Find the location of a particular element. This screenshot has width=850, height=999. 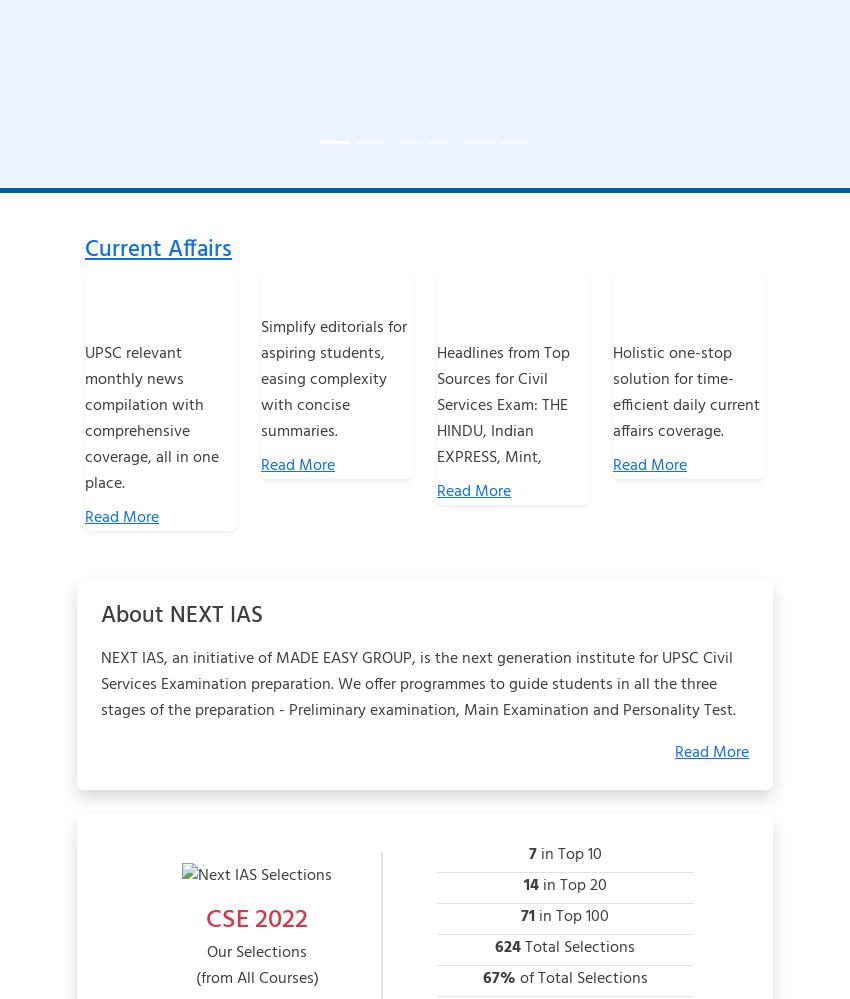

'MADE EASY - ESE & GATE Coaching ( Offline & Online Courses )' is located at coordinates (486, 45).